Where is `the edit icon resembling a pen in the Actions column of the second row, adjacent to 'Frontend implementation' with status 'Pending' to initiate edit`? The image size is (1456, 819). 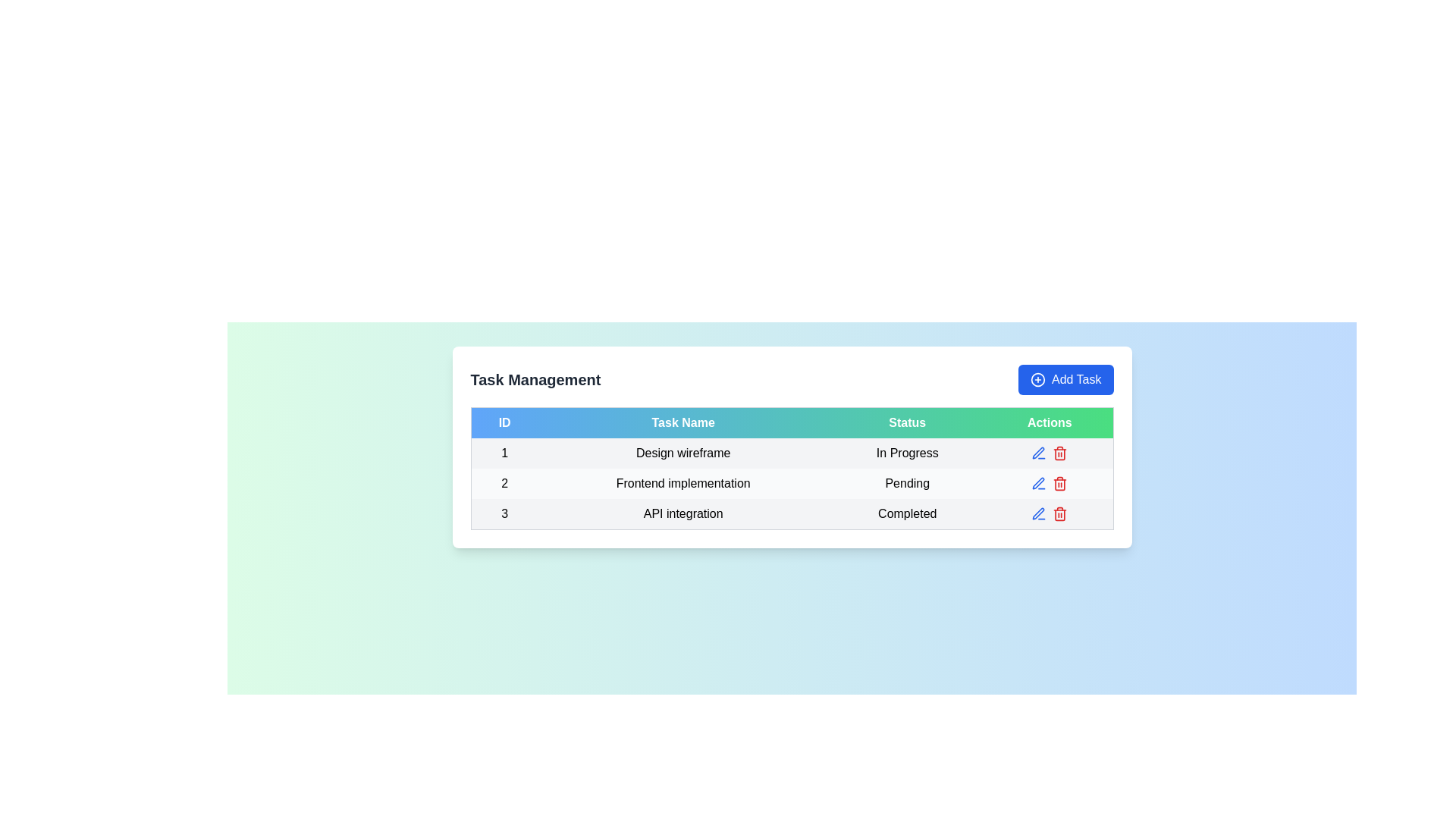 the edit icon resembling a pen in the Actions column of the second row, adjacent to 'Frontend implementation' with status 'Pending' to initiate edit is located at coordinates (1037, 483).